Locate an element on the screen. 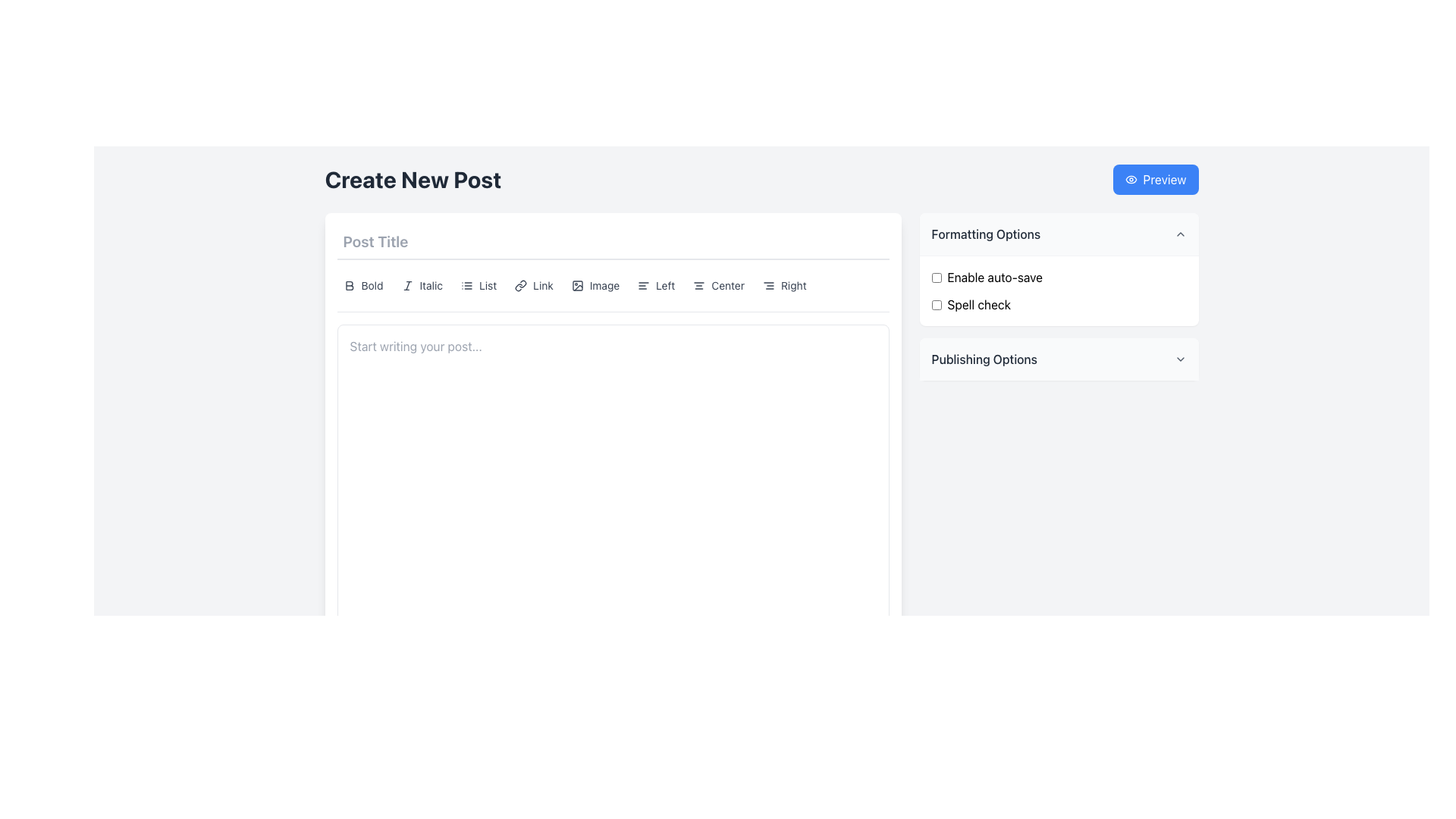 This screenshot has height=819, width=1456. the 'Right' button in the alignment toolbar to set right alignment is located at coordinates (784, 286).